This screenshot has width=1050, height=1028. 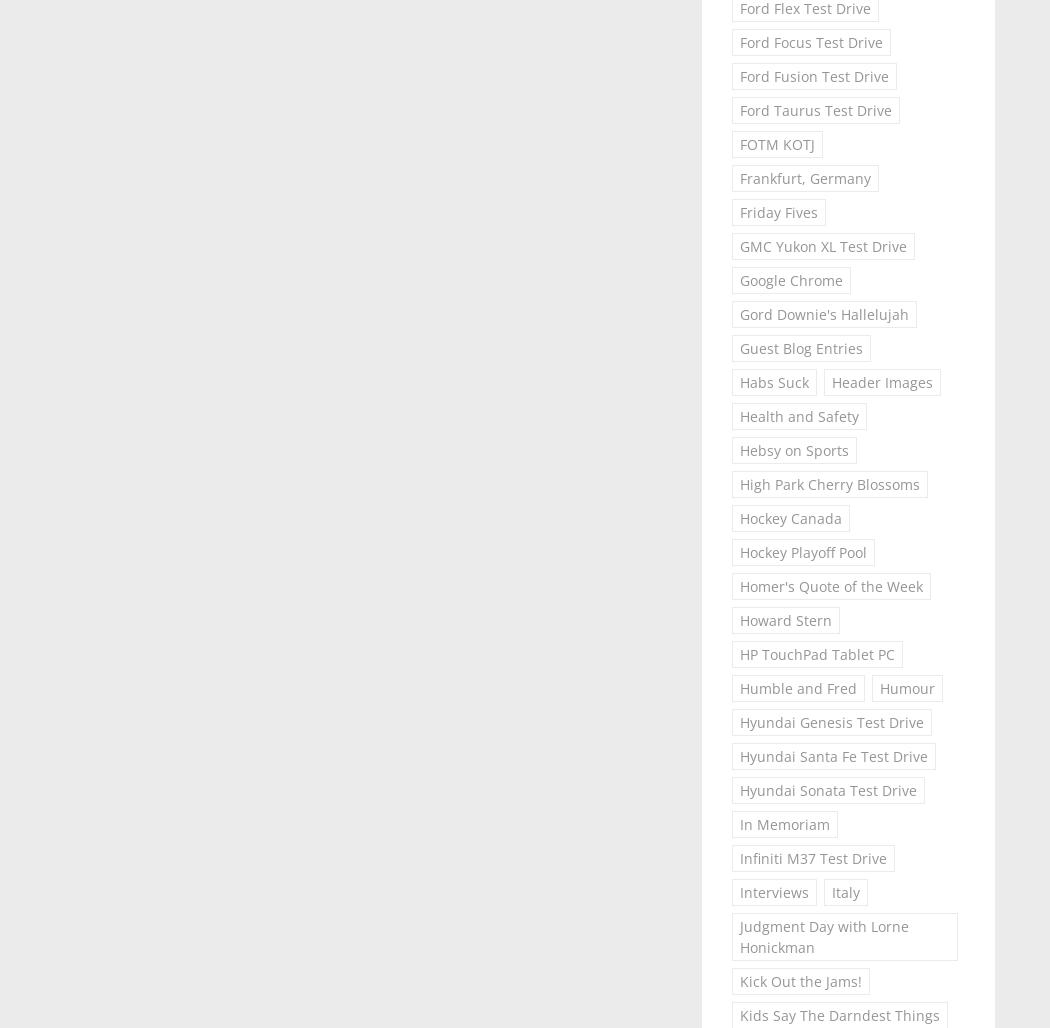 What do you see at coordinates (792, 450) in the screenshot?
I see `'Hebsy on Sports'` at bounding box center [792, 450].